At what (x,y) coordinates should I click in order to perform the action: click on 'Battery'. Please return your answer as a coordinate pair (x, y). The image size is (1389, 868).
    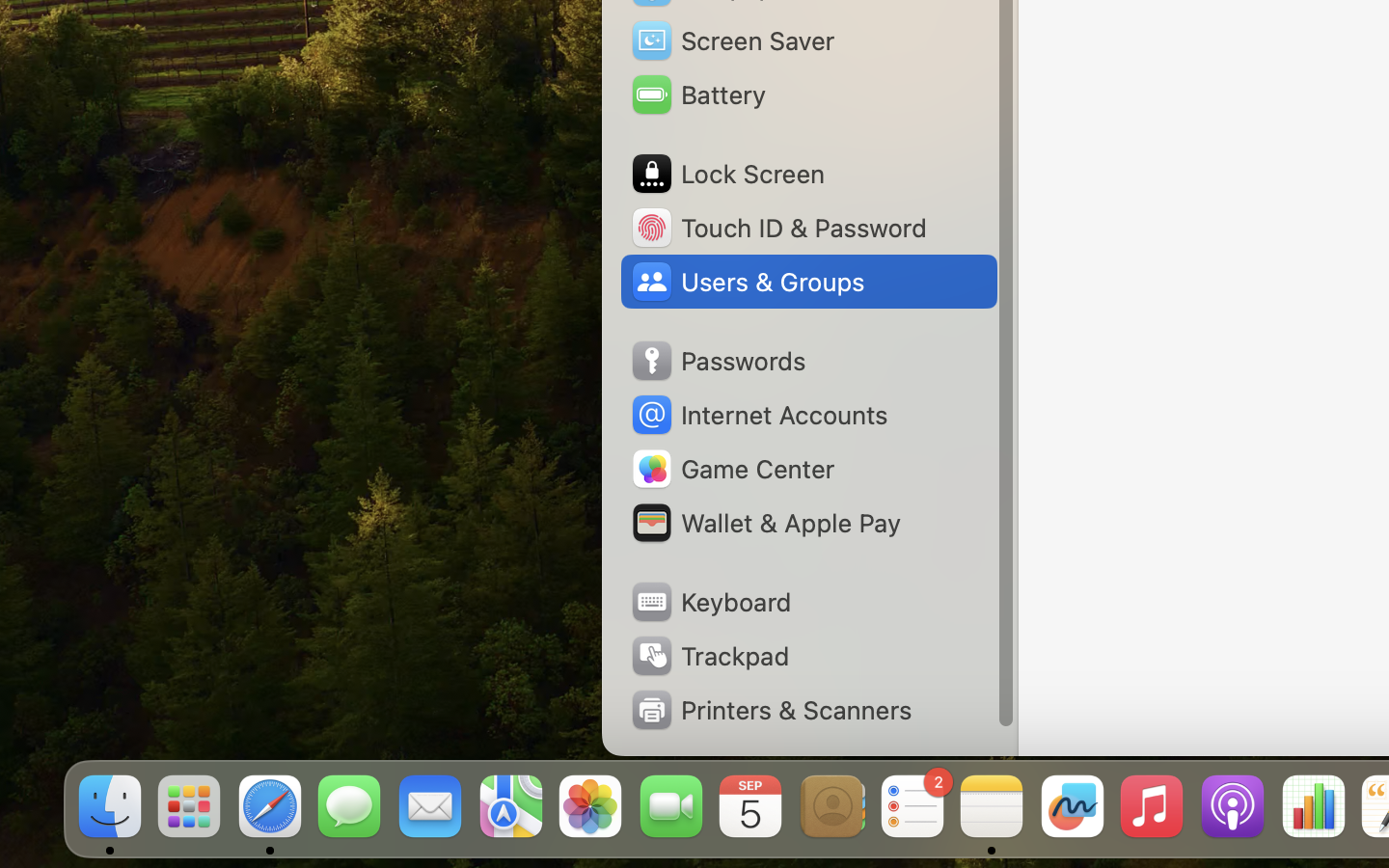
    Looking at the image, I should click on (696, 94).